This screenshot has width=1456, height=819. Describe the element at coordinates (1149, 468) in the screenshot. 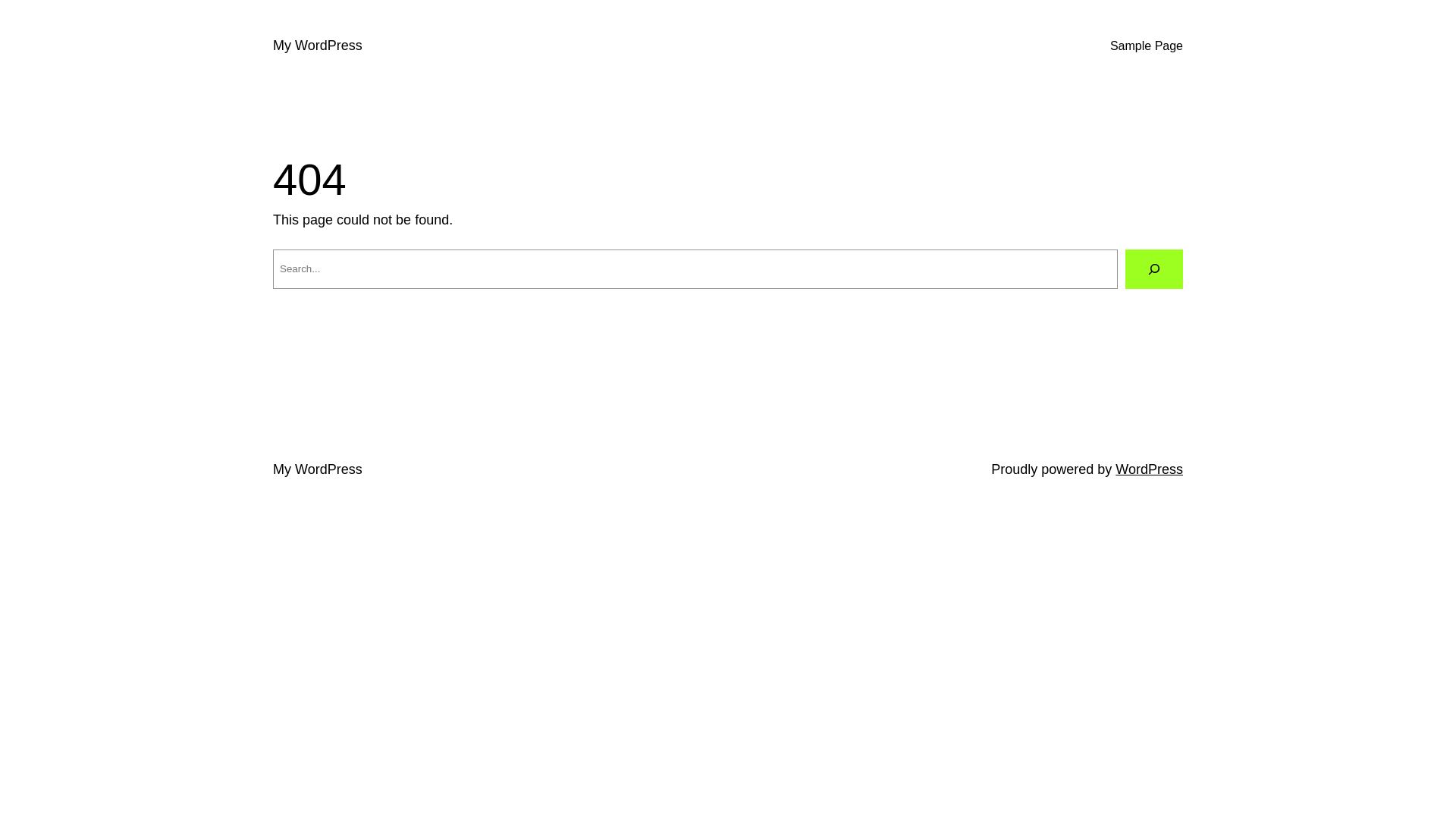

I see `'WordPress'` at that location.